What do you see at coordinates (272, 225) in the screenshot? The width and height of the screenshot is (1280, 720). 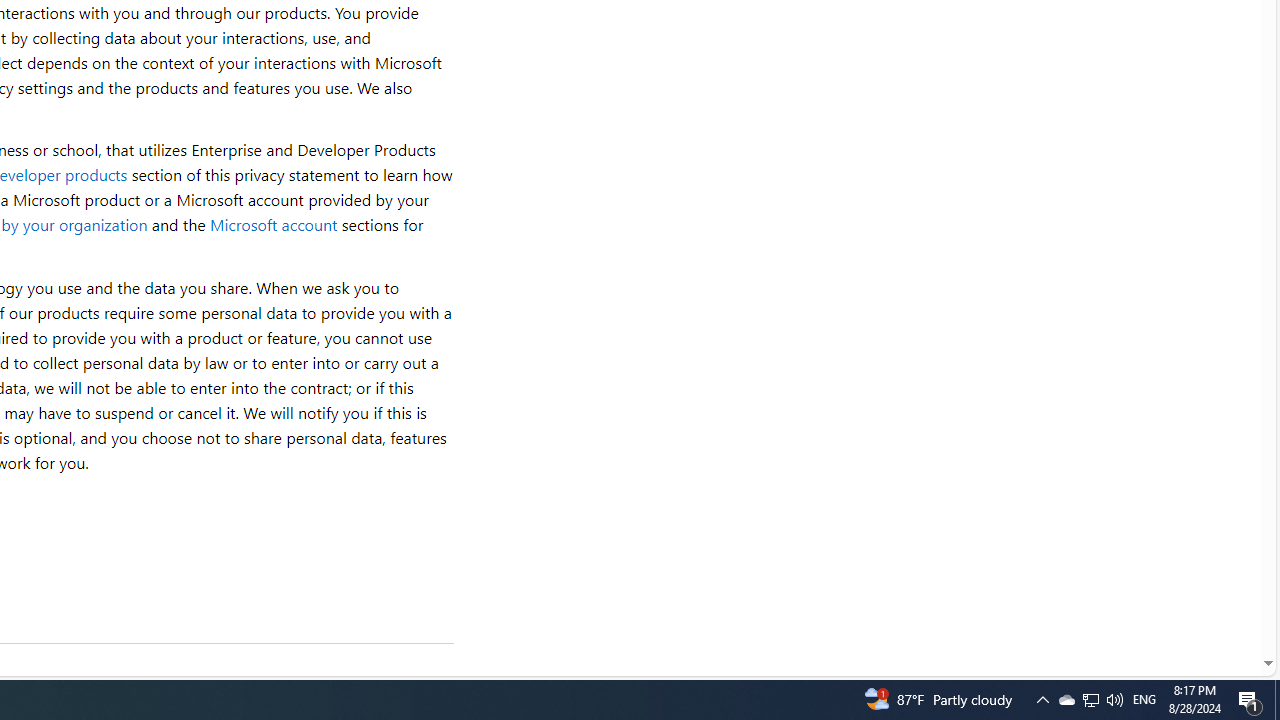 I see `'Microsoft account'` at bounding box center [272, 225].